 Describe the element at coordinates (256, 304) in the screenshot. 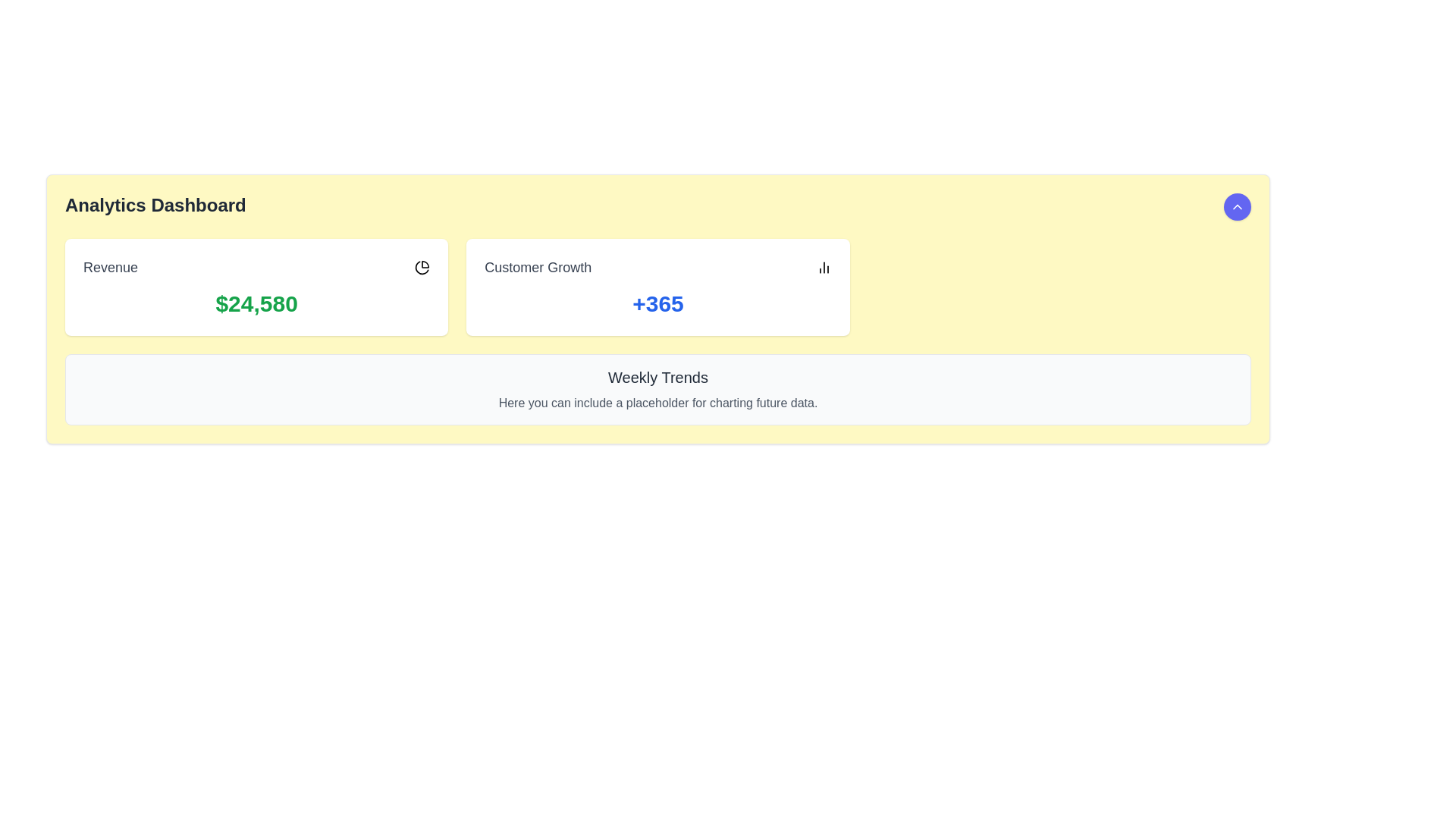

I see `the text label displaying '$24,580', which is styled with a large, bold green font and located beneath the 'Revenue' label in the dashboard card` at that location.